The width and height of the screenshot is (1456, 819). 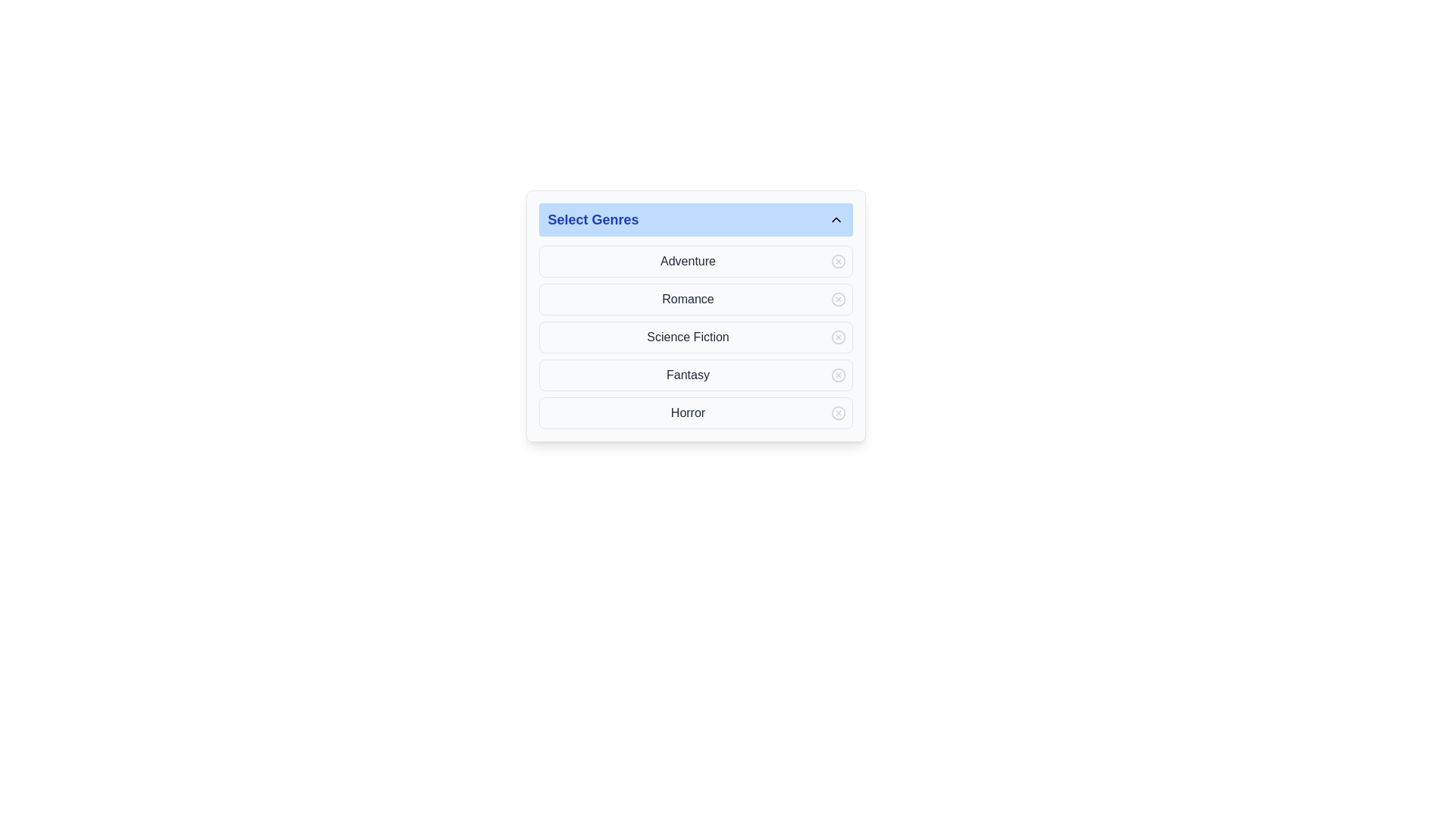 What do you see at coordinates (835, 219) in the screenshot?
I see `the small upward-pointing triangular arrow icon located towards the right end of the blue header bar labeled 'Select Genres'` at bounding box center [835, 219].